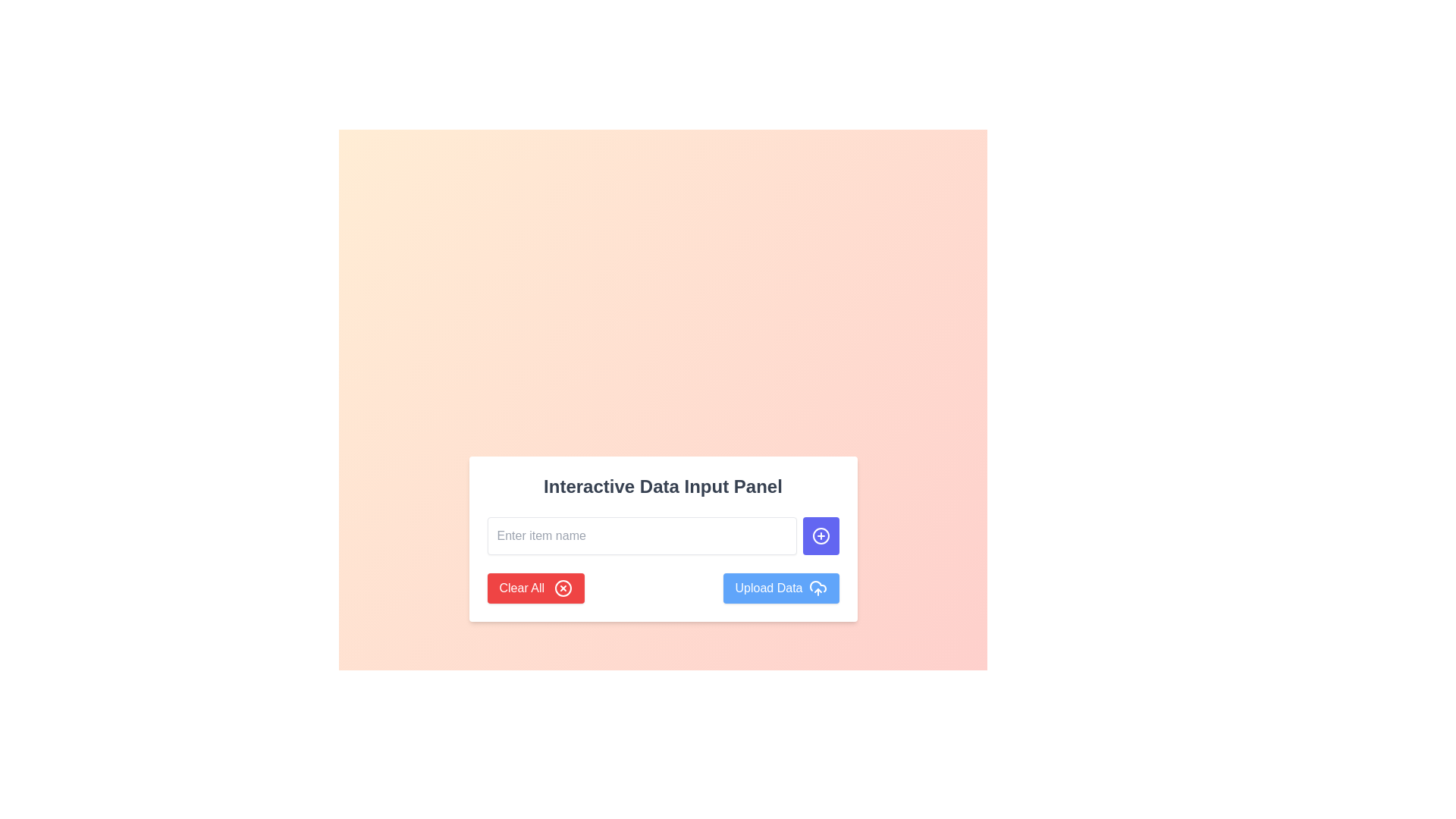 This screenshot has width=1456, height=819. I want to click on the circular button with a blue background and a plus sign in the center, located in the upper-right corner of the interactive panel, so click(820, 535).